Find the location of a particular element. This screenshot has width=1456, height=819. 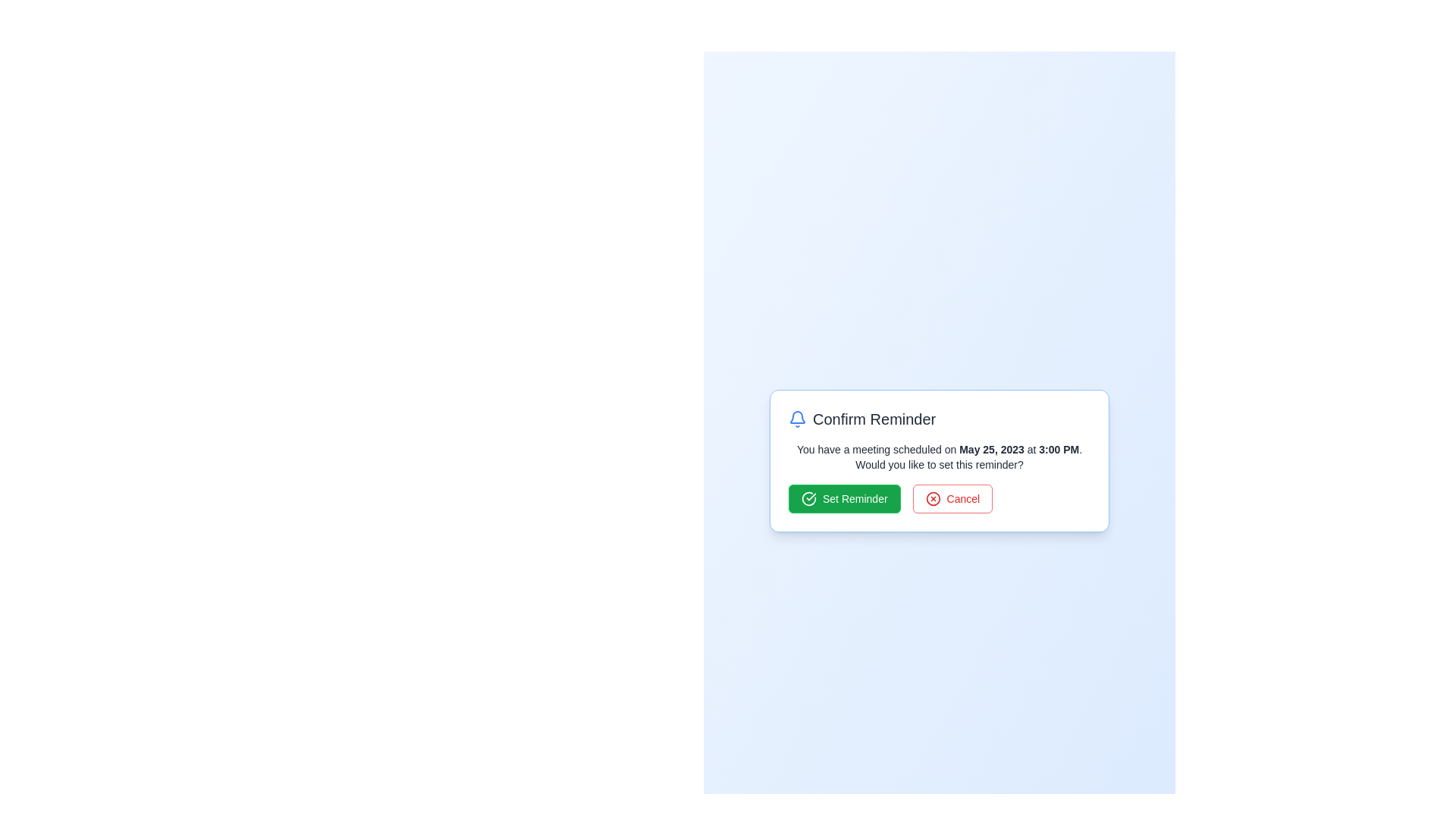

the 'Set Reminder' button located at the bottom-center of the pop-up dialog box to set a reminder is located at coordinates (843, 499).